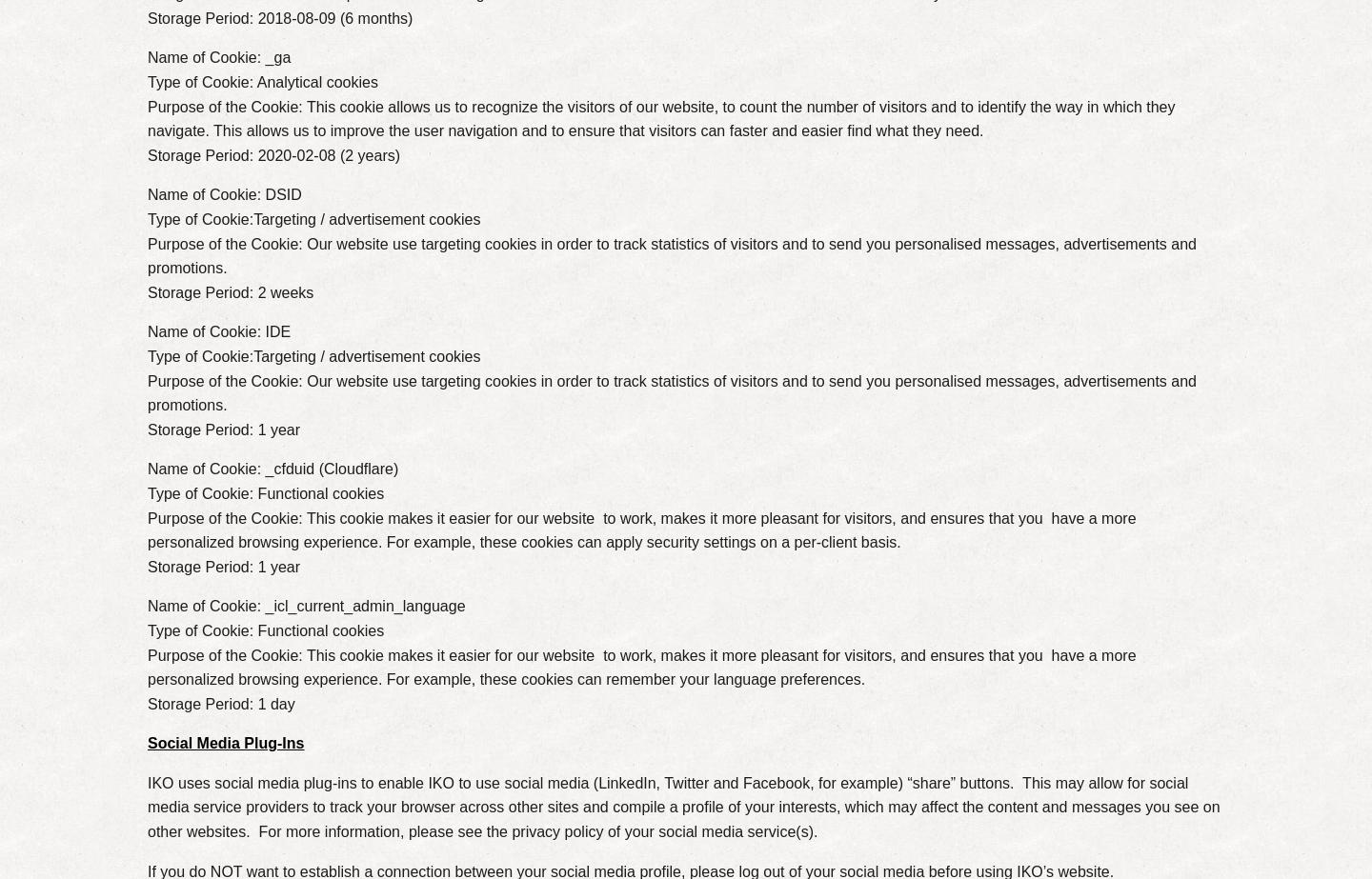 The height and width of the screenshot is (879, 1372). I want to click on 'Purpose of the Cookie: This cookie makes it easier for our website  to work, makes it more pleasant for visitors, and ensures that you  have a more personalized browsing experience. For example, these cookies can remember your language preferences.', so click(146, 666).